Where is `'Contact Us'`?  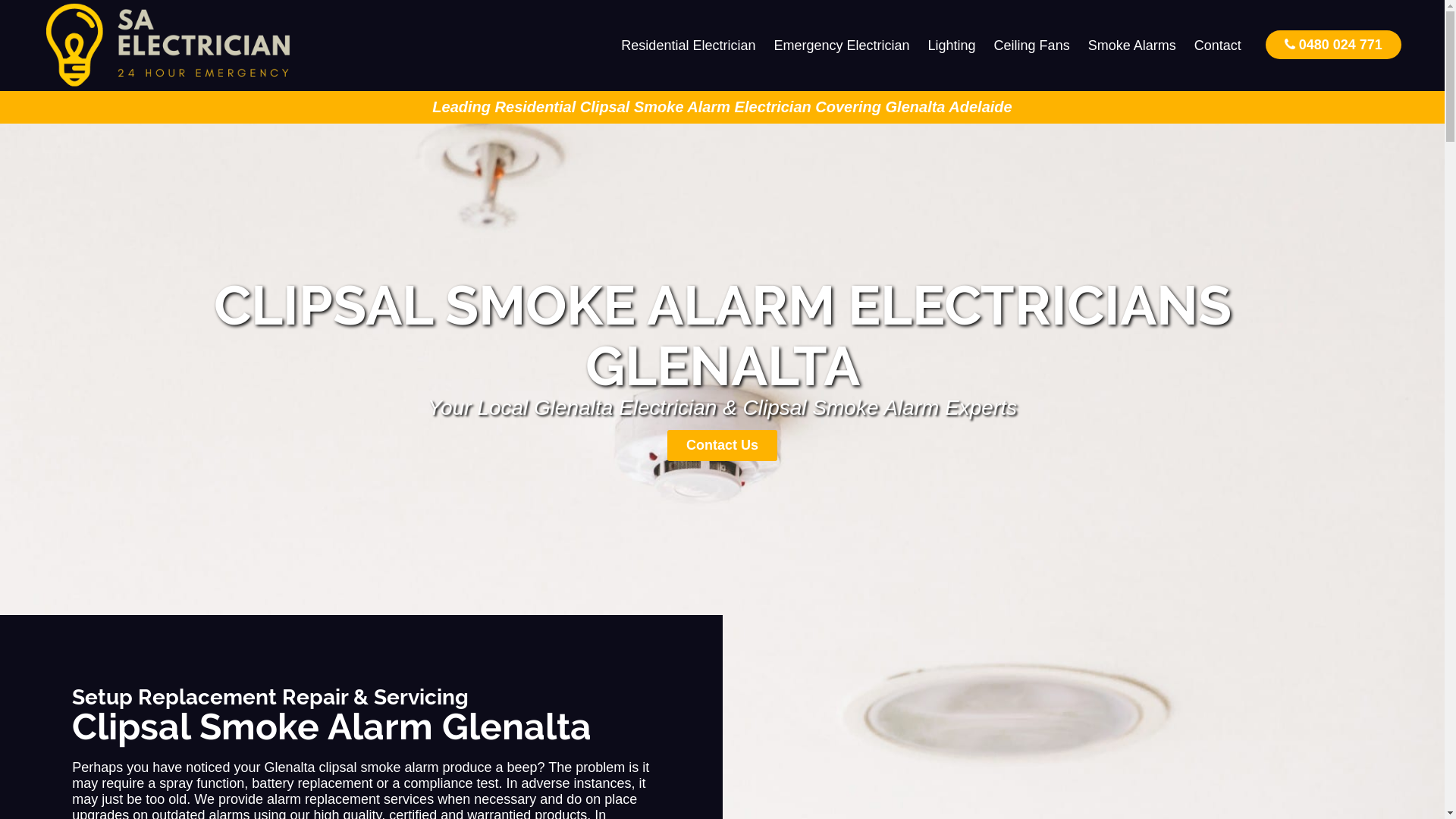
'Contact Us' is located at coordinates (721, 444).